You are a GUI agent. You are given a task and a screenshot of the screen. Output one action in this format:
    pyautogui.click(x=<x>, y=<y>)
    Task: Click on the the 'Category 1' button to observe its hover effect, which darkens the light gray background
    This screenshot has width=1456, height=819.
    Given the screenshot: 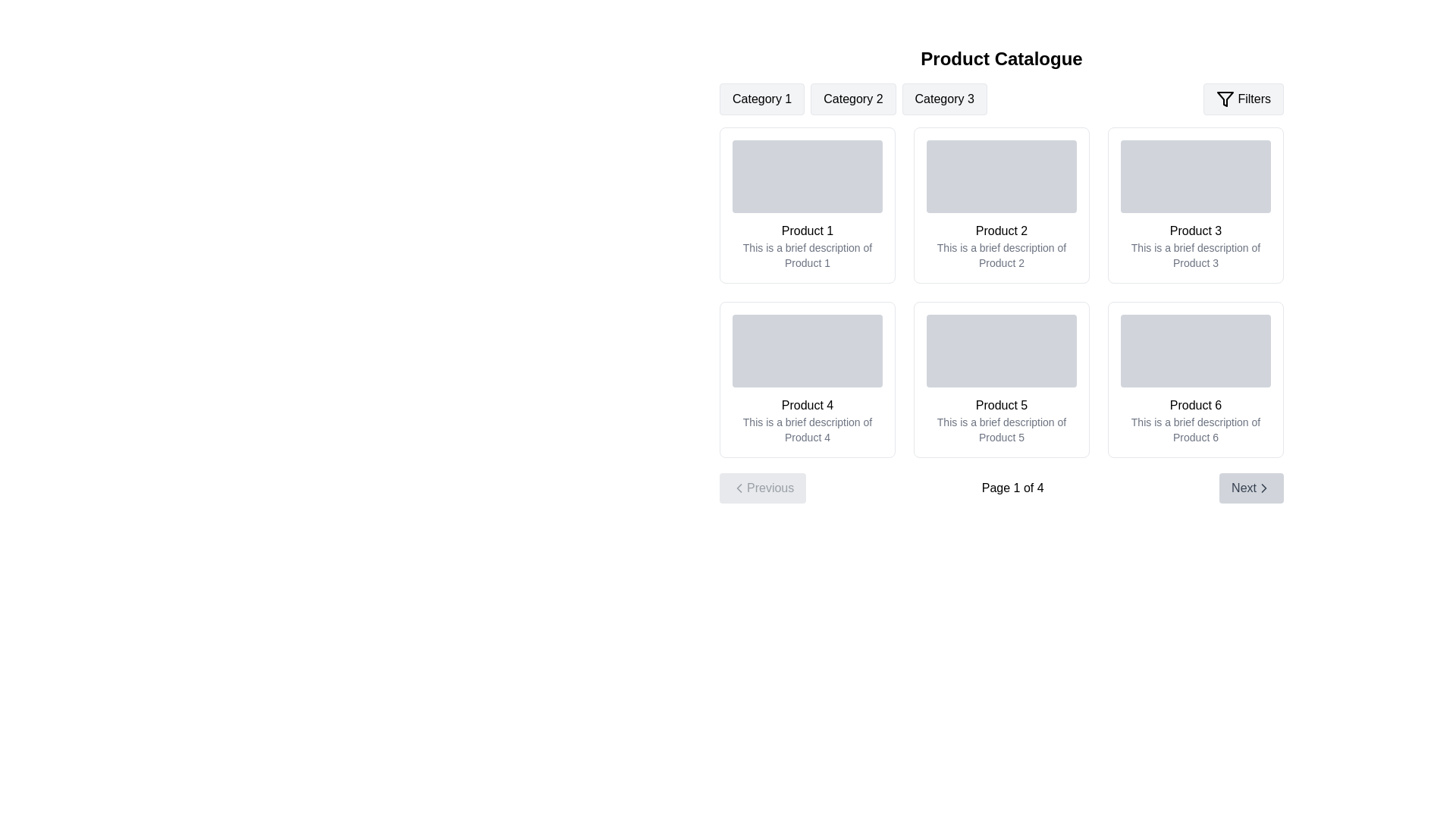 What is the action you would take?
    pyautogui.click(x=762, y=99)
    